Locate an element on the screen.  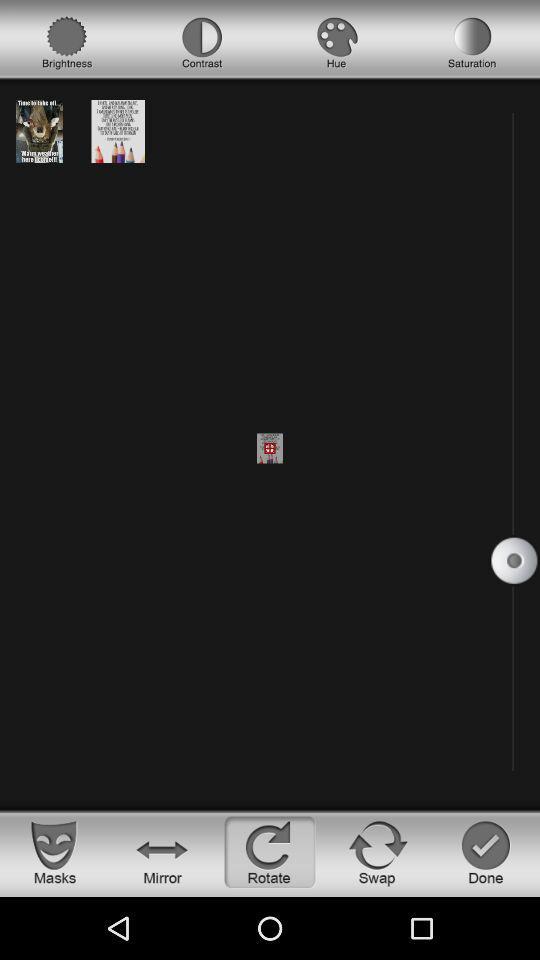
new image is located at coordinates (118, 130).